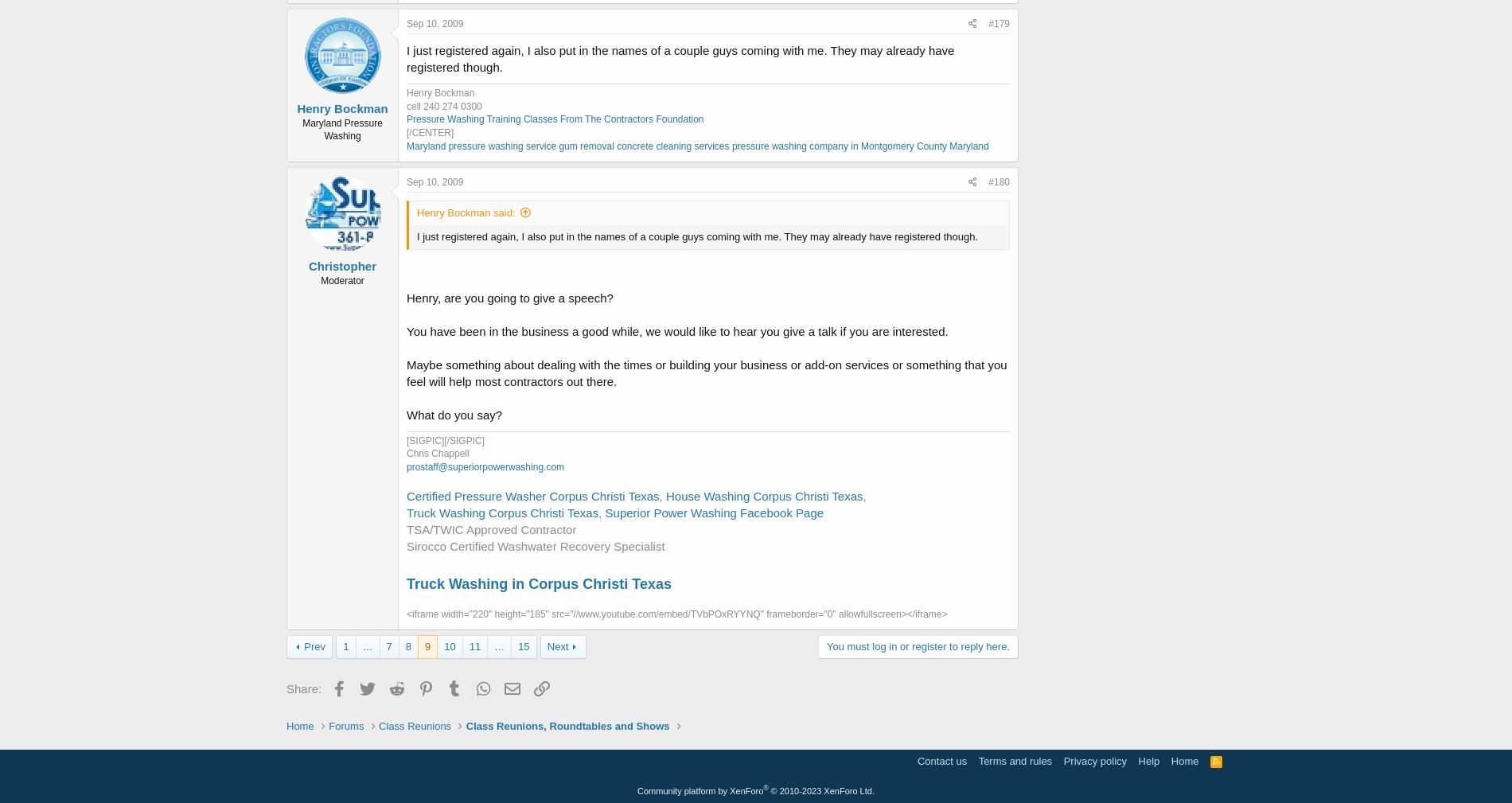  I want to click on 'Certified Pressure Washer Corpus Christi Texas', so click(406, 495).